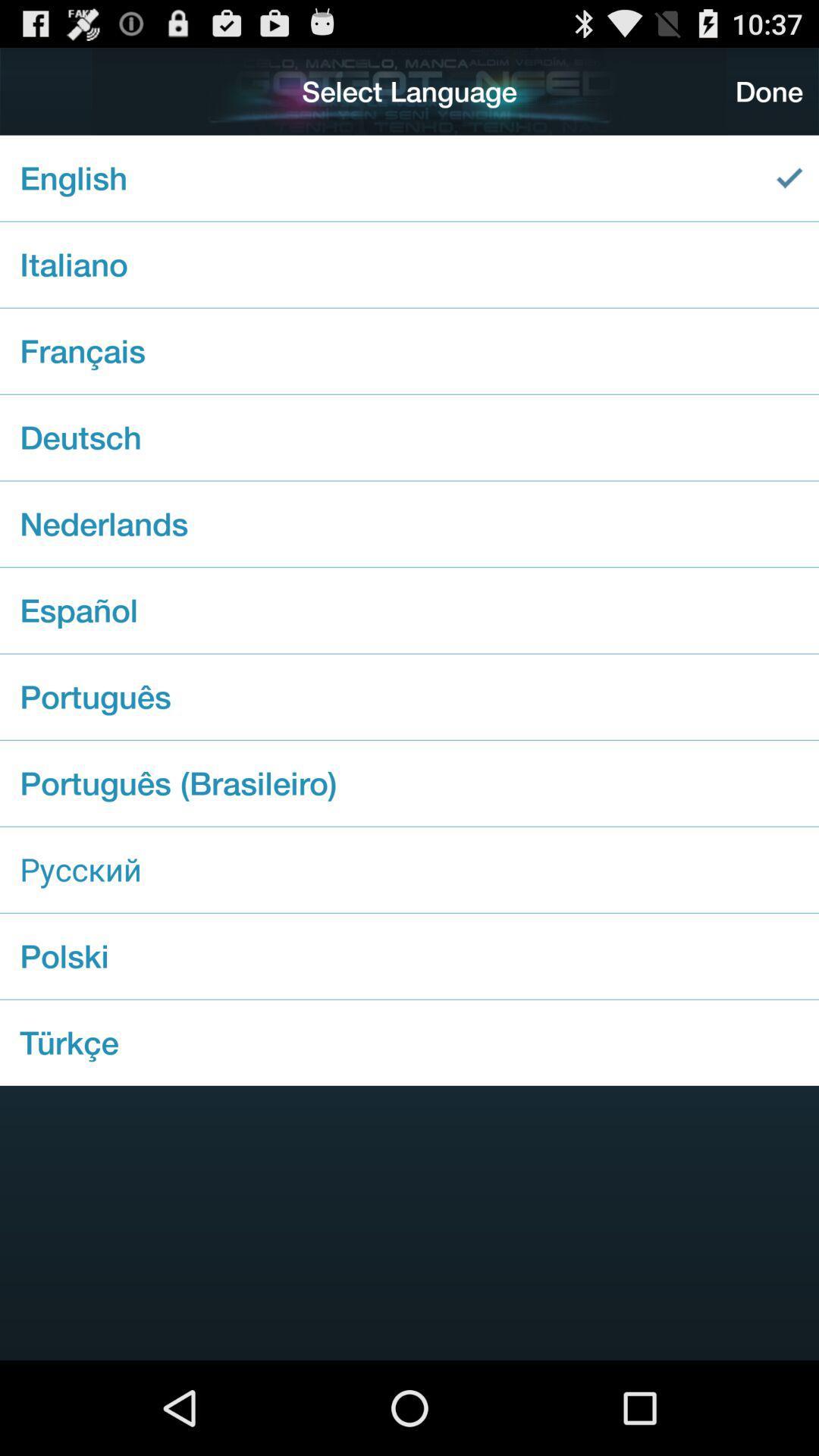 The width and height of the screenshot is (819, 1456). Describe the element at coordinates (769, 90) in the screenshot. I see `the icon at the top right corner` at that location.